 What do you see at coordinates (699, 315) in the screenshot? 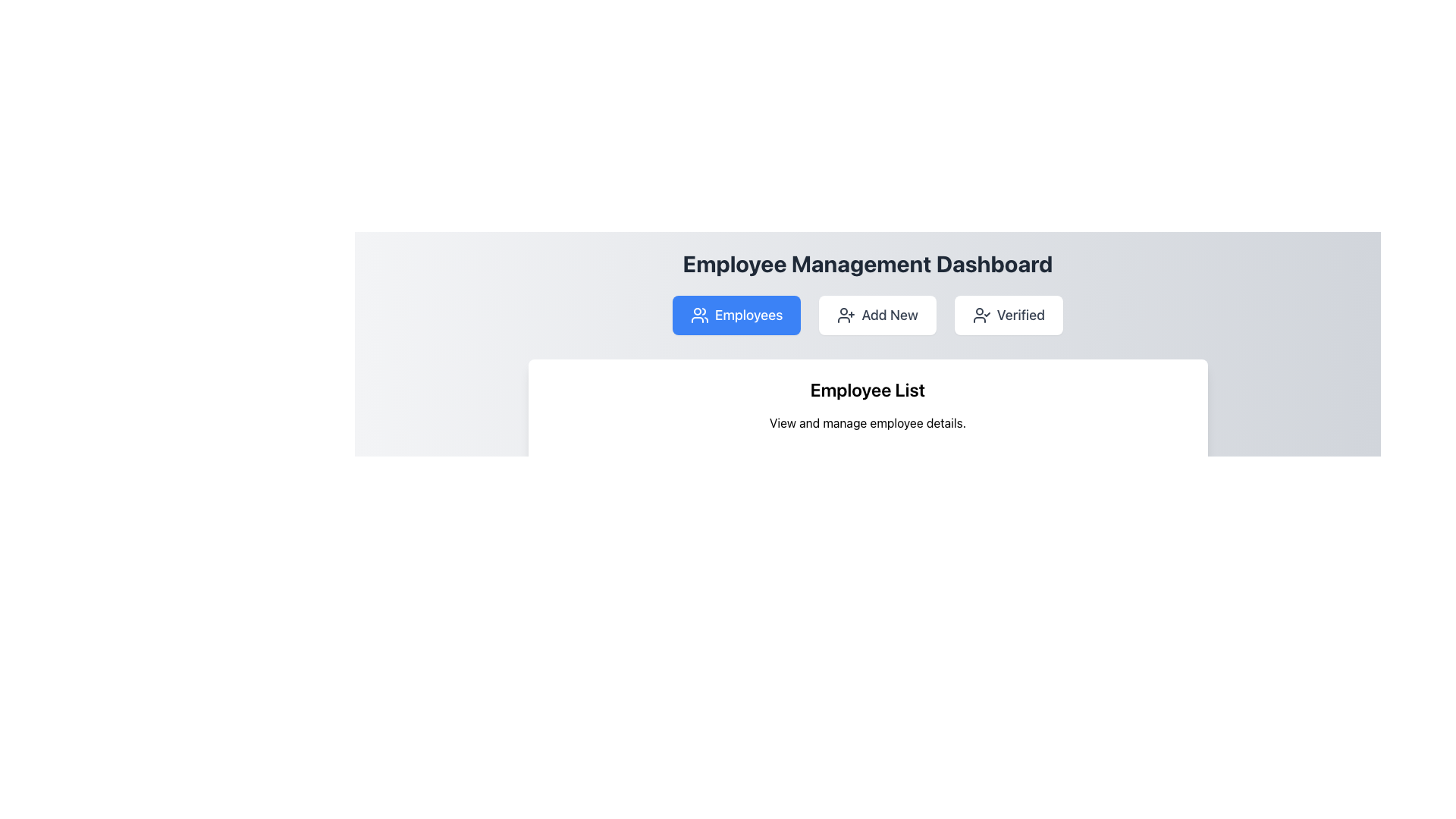
I see `the SVG icon representing a group of users located within the blue button labeled 'Employees'` at bounding box center [699, 315].